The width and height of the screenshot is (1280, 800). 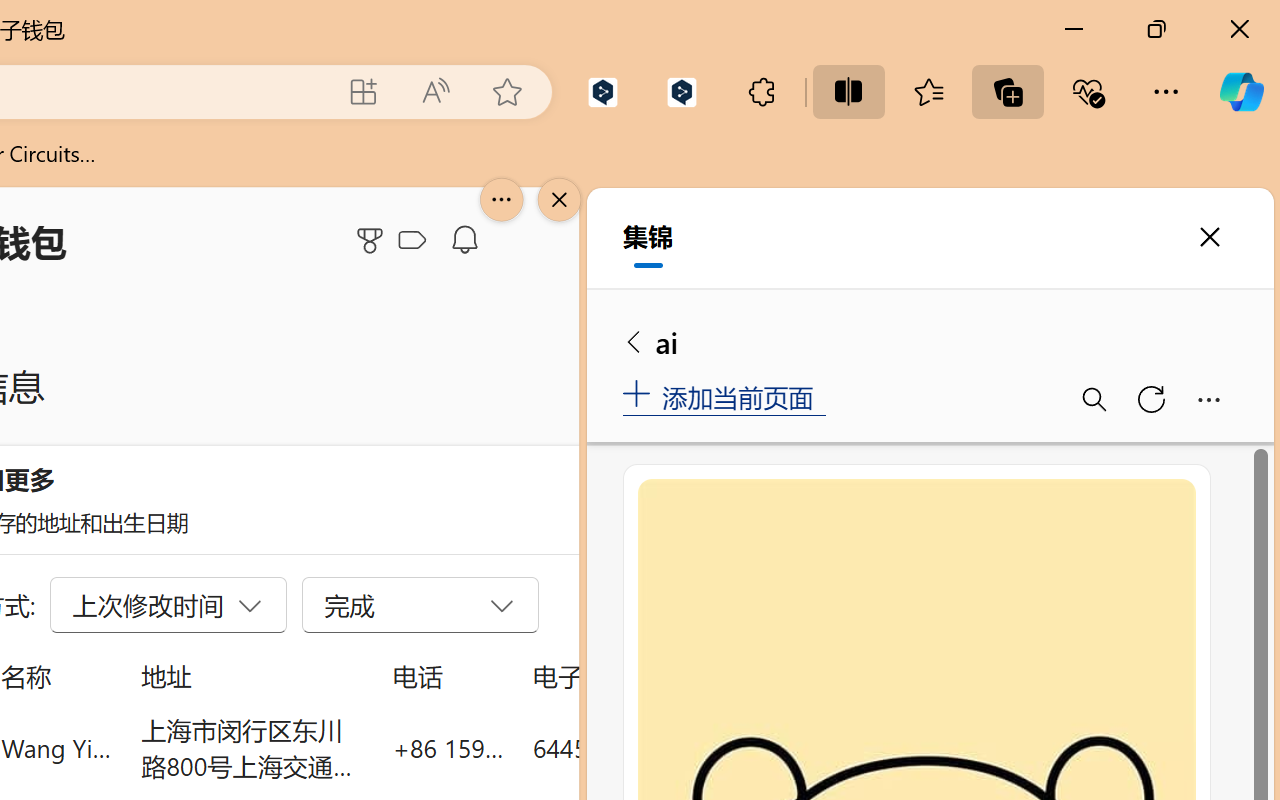 I want to click on 'Microsoft Cashback', so click(x=415, y=240).